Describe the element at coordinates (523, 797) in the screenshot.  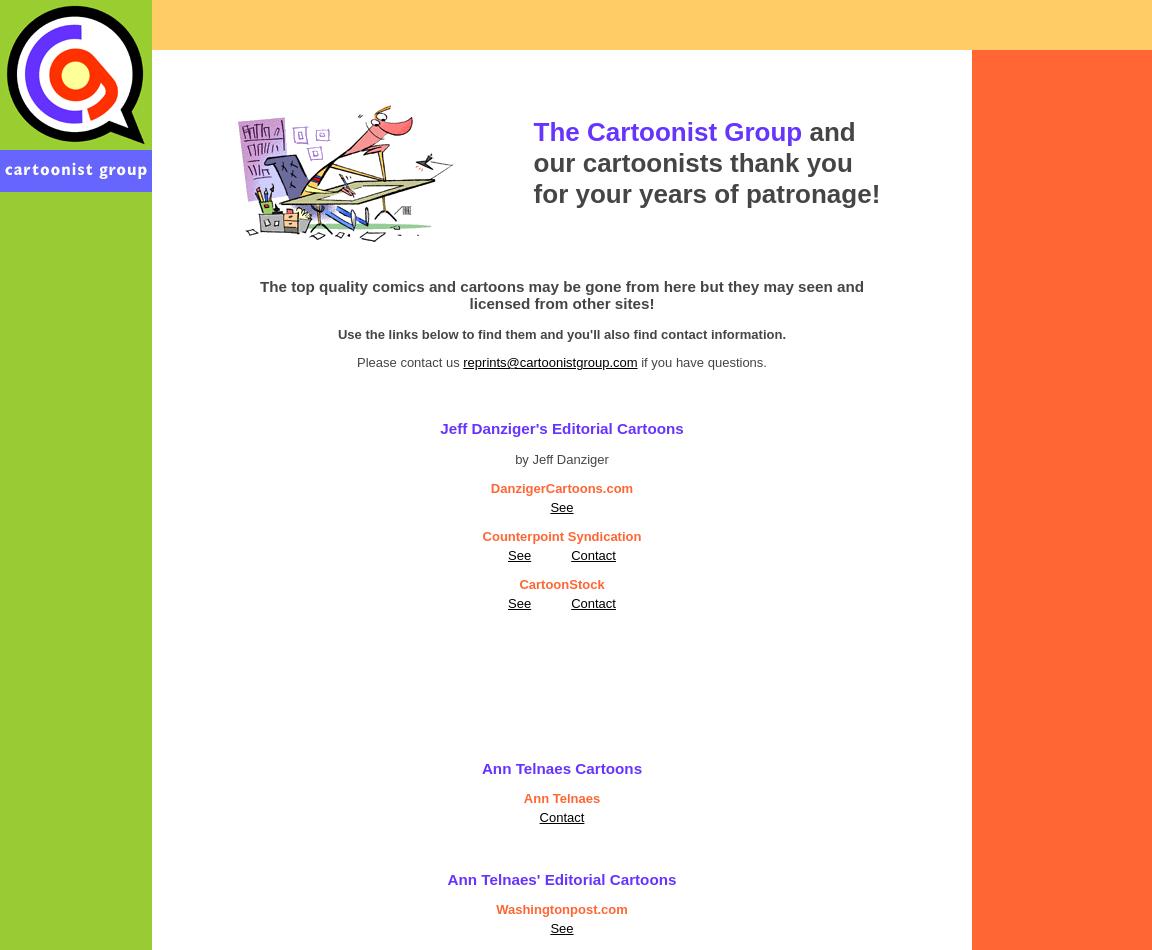
I see `'Ann Telnaes'` at that location.